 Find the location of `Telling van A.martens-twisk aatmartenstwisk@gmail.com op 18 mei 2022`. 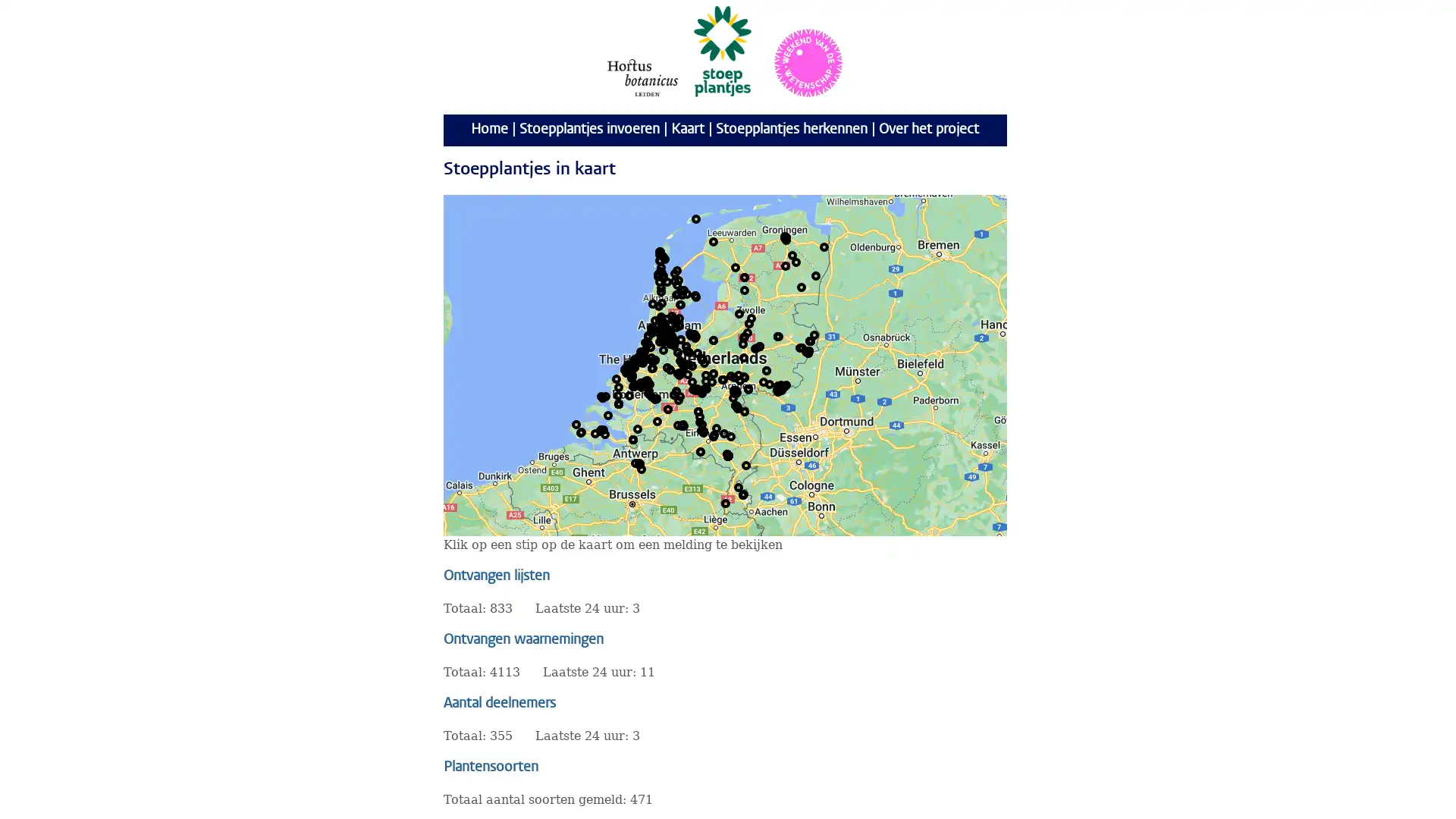

Telling van A.martens-twisk aatmartenstwisk@gmail.com op 18 mei 2022 is located at coordinates (660, 318).